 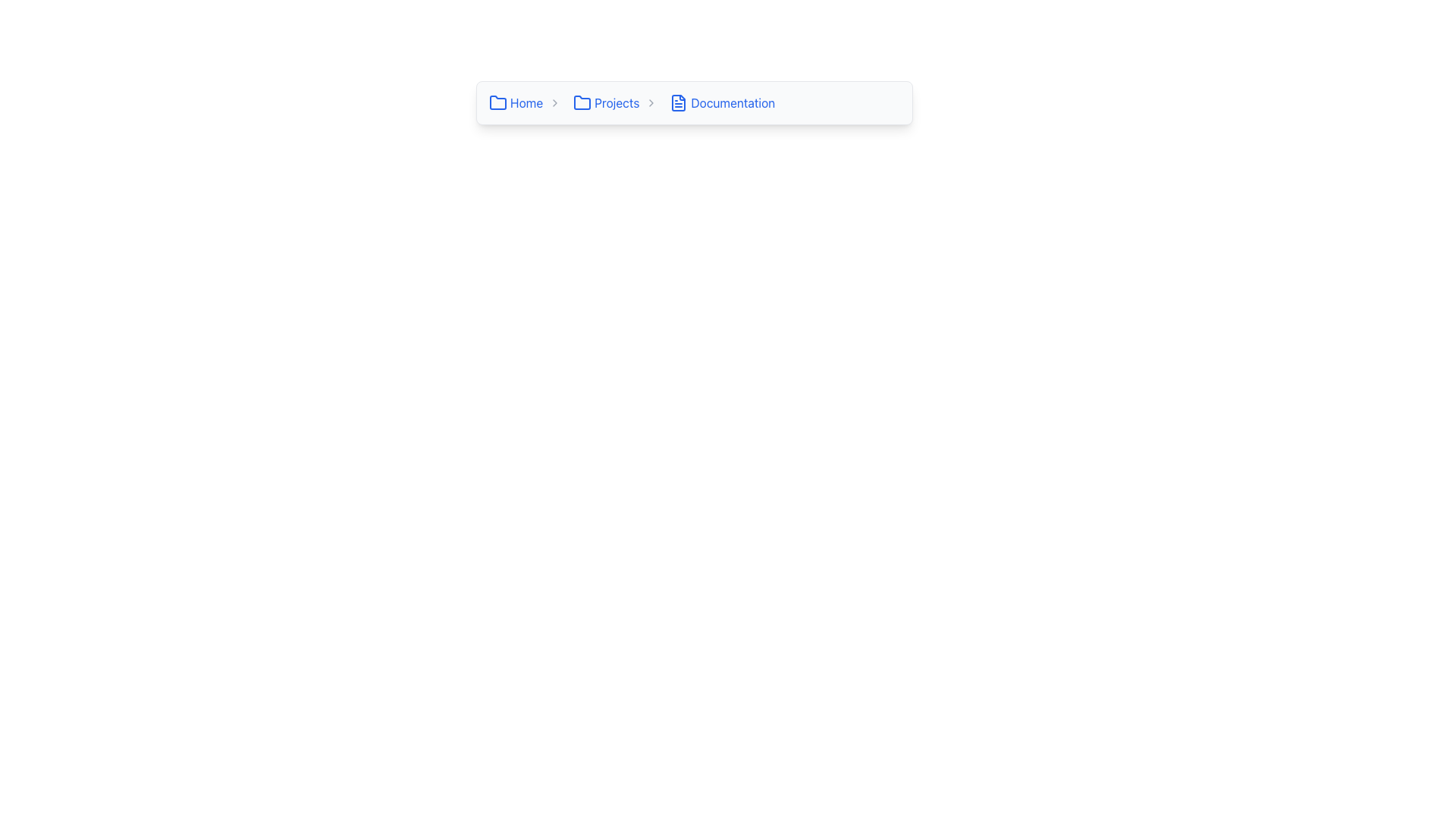 I want to click on the 'Projects' hyperlink, which is styled in blue and located to the right of a minimalist folder icon in the breadcrumb navigation, so click(x=605, y=102).